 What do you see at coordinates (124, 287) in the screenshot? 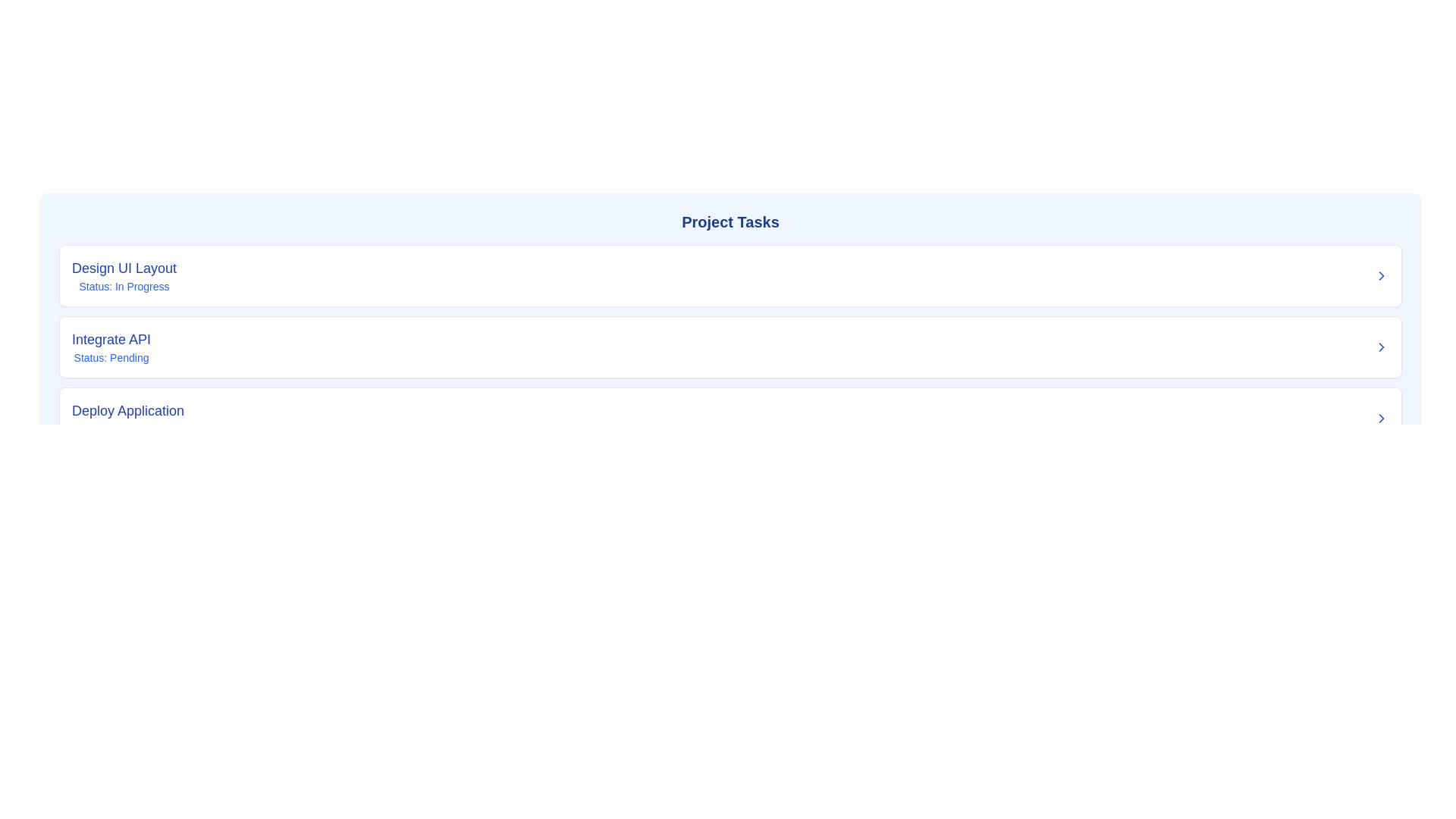
I see `the static Text Label that displays the current status of the task 'Design UI Layout', located centrally within its card layout` at bounding box center [124, 287].